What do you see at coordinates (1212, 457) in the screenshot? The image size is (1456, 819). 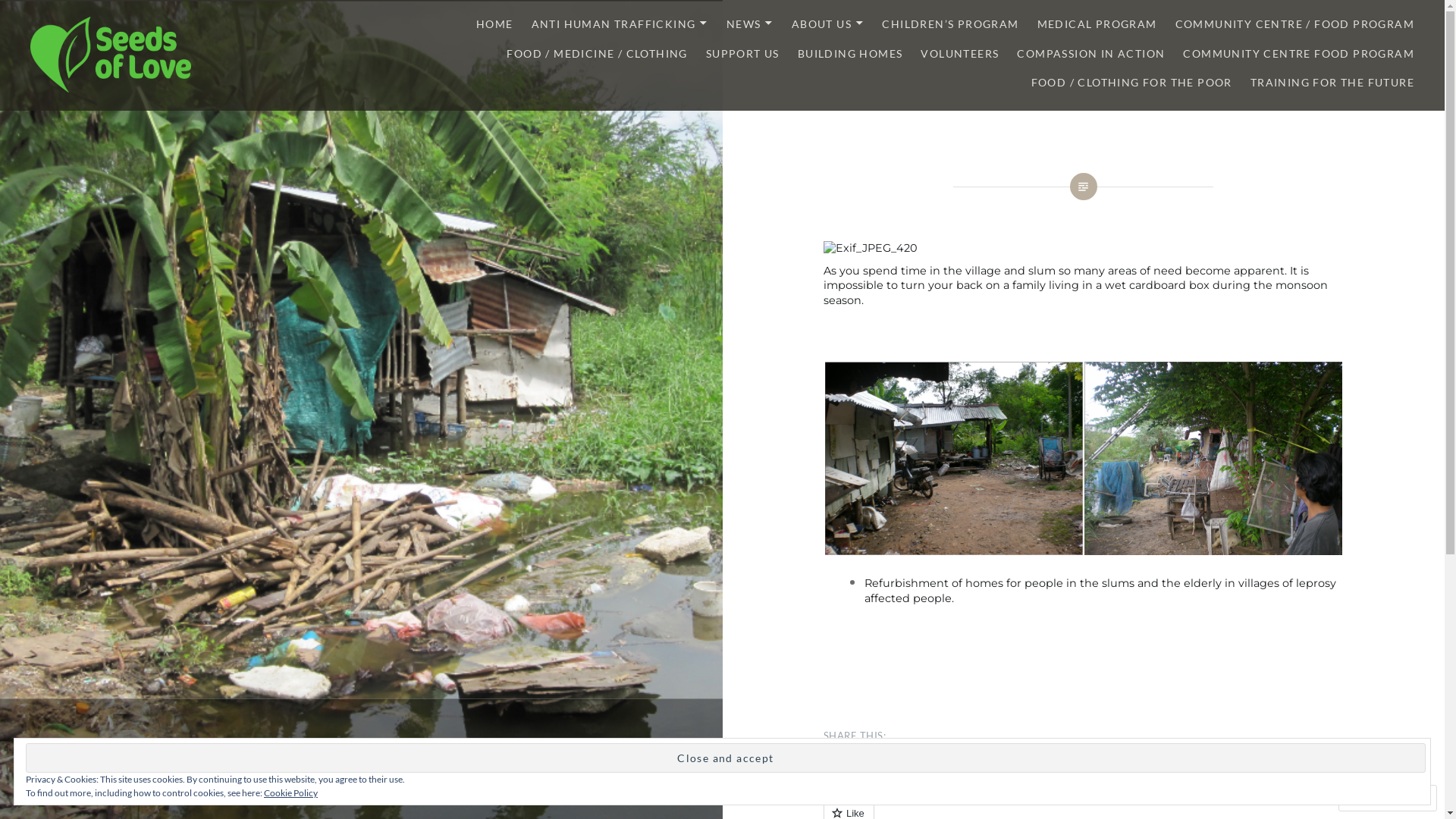 I see `'Schermafbeelding 2018-08-27 om 10.55.04'` at bounding box center [1212, 457].